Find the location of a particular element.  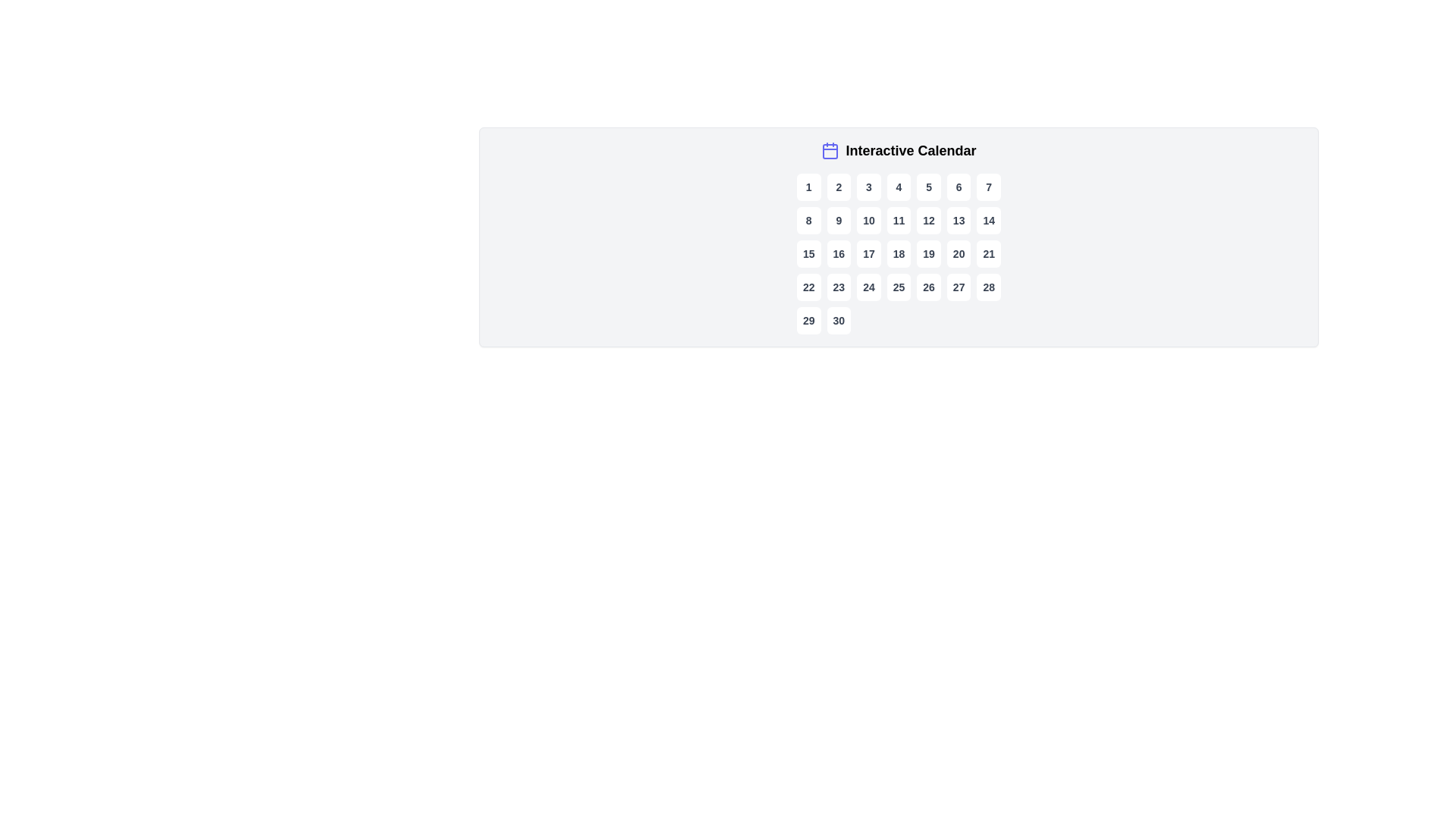

the text label that serves as a title for the interactive calendar feature, located at the top right of the calendar icon is located at coordinates (910, 151).